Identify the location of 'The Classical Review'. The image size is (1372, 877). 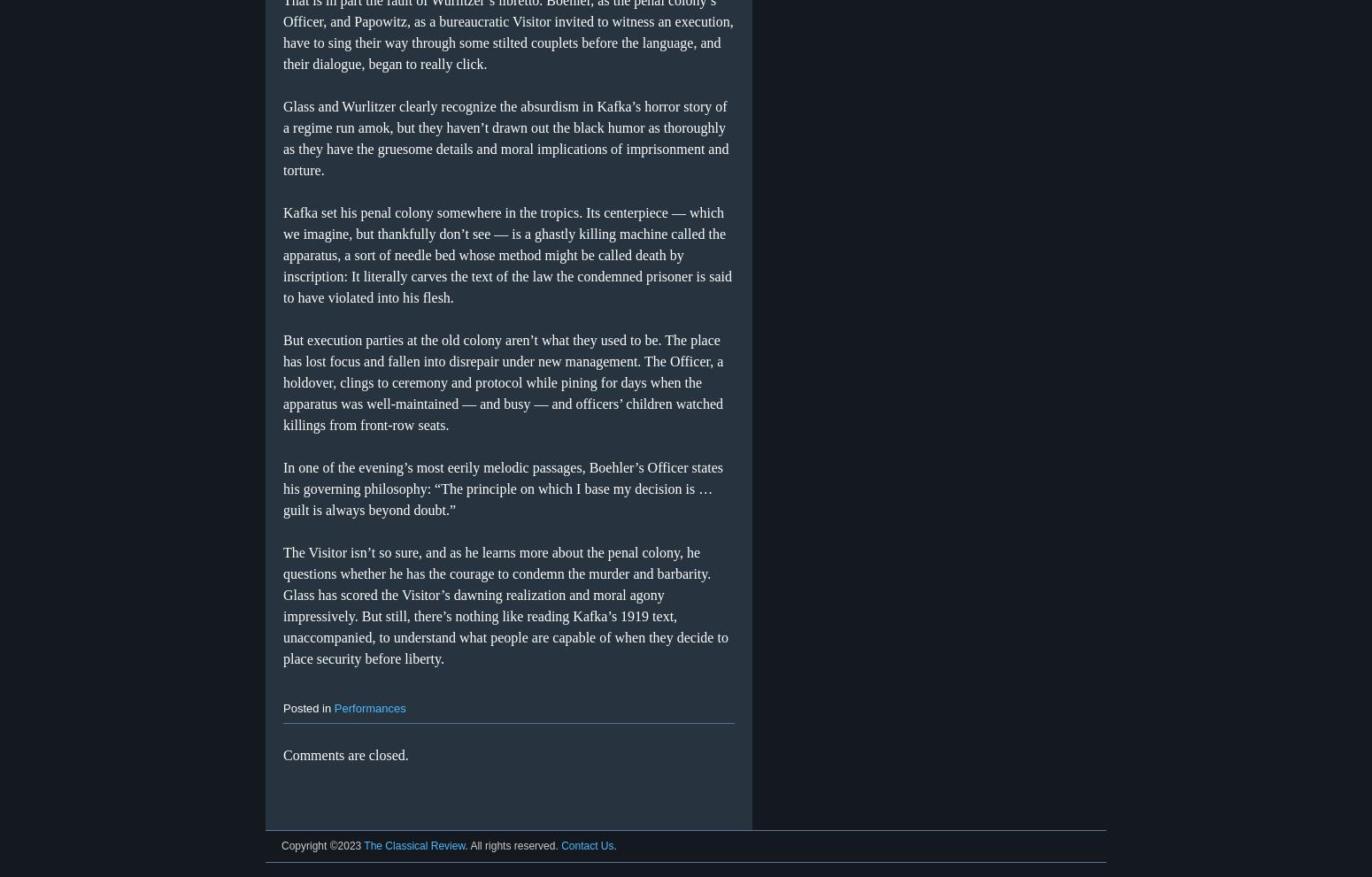
(412, 846).